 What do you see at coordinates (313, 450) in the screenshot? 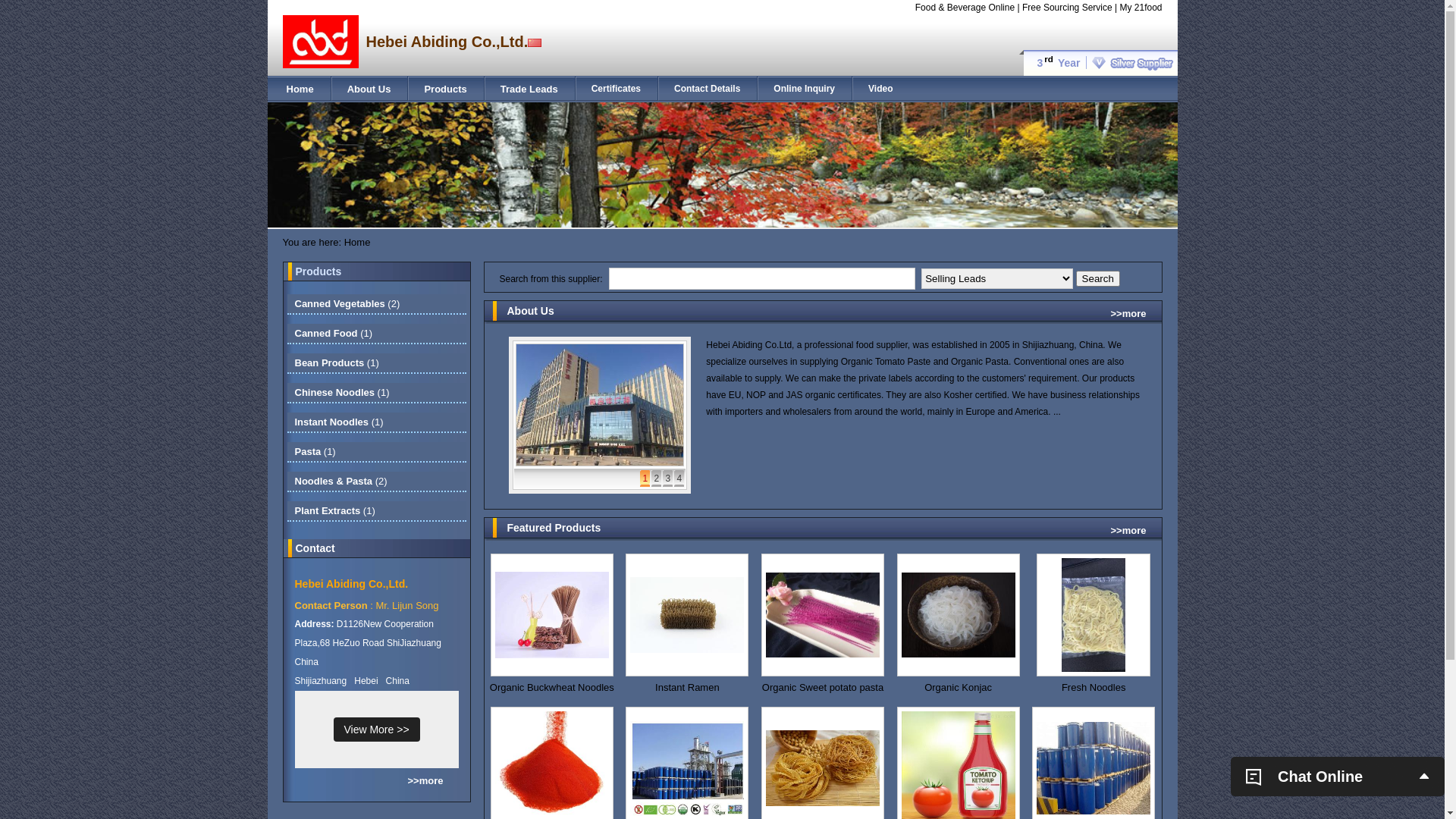
I see `'Pasta (1)'` at bounding box center [313, 450].